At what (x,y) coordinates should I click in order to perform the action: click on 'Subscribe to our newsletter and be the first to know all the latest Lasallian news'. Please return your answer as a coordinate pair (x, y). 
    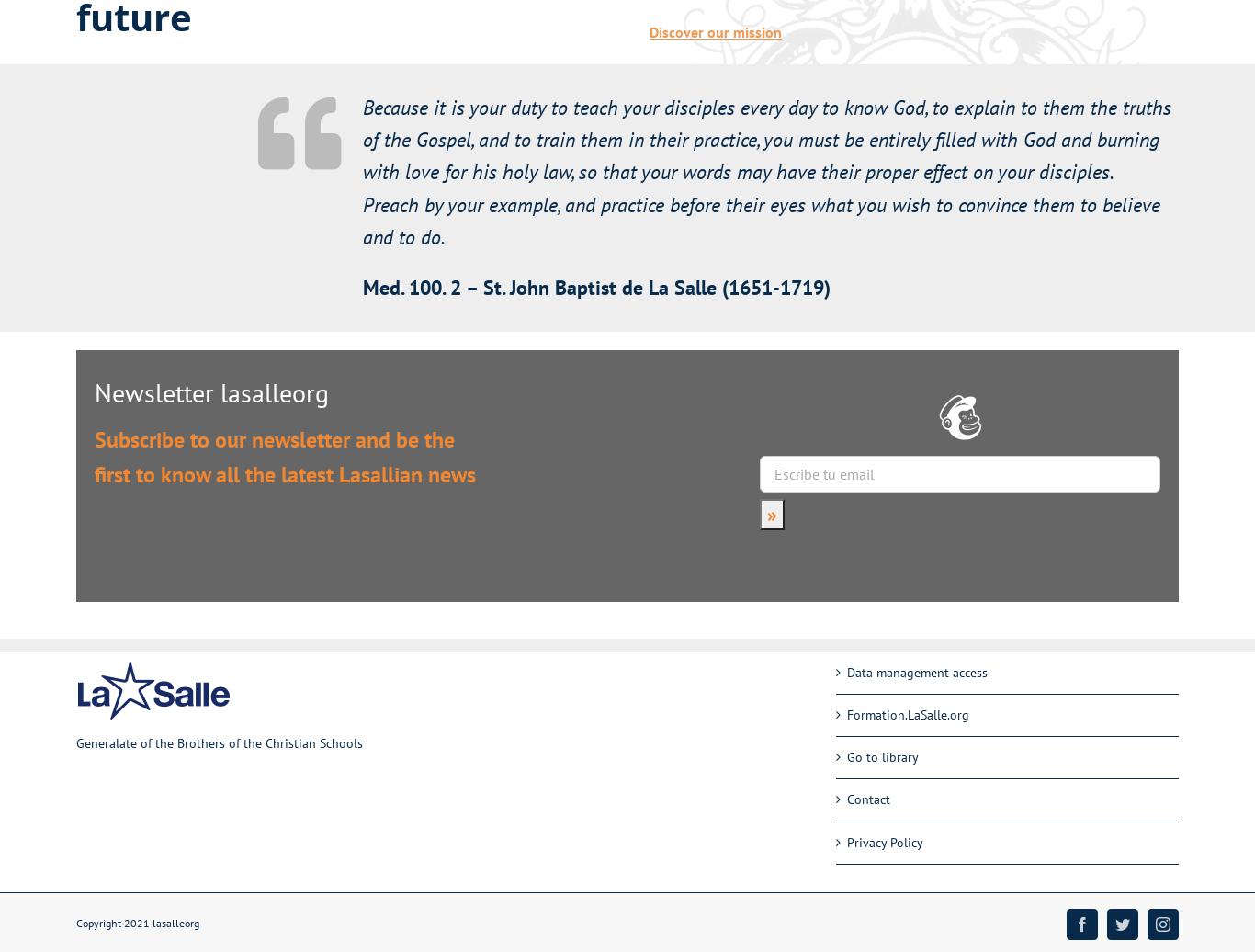
    Looking at the image, I should click on (94, 456).